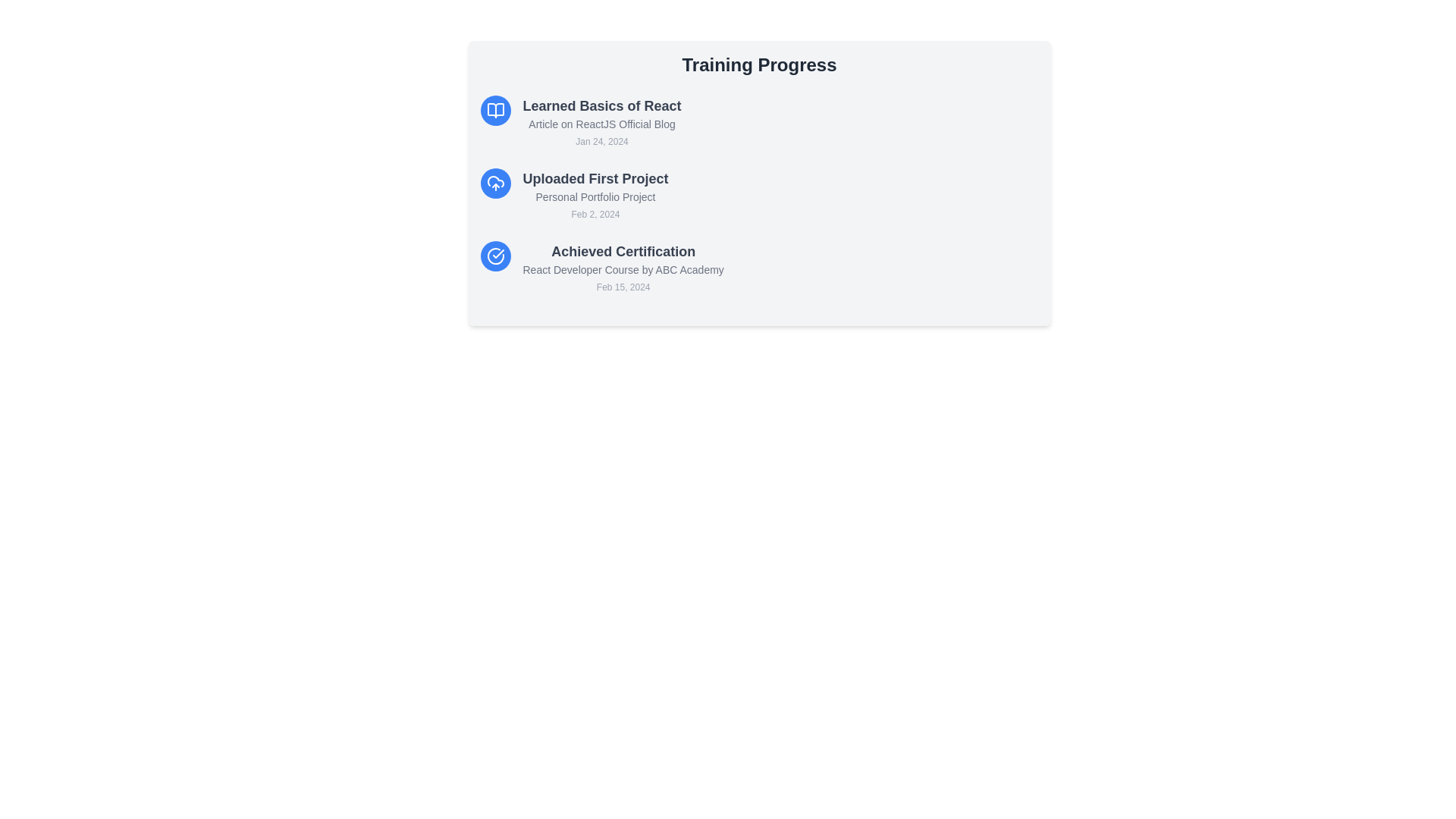 This screenshot has height=819, width=1456. I want to click on text element displaying 'React Developer Course by ABC Academy', which provides information about the achievement 'Achieved Certification', so click(623, 268).